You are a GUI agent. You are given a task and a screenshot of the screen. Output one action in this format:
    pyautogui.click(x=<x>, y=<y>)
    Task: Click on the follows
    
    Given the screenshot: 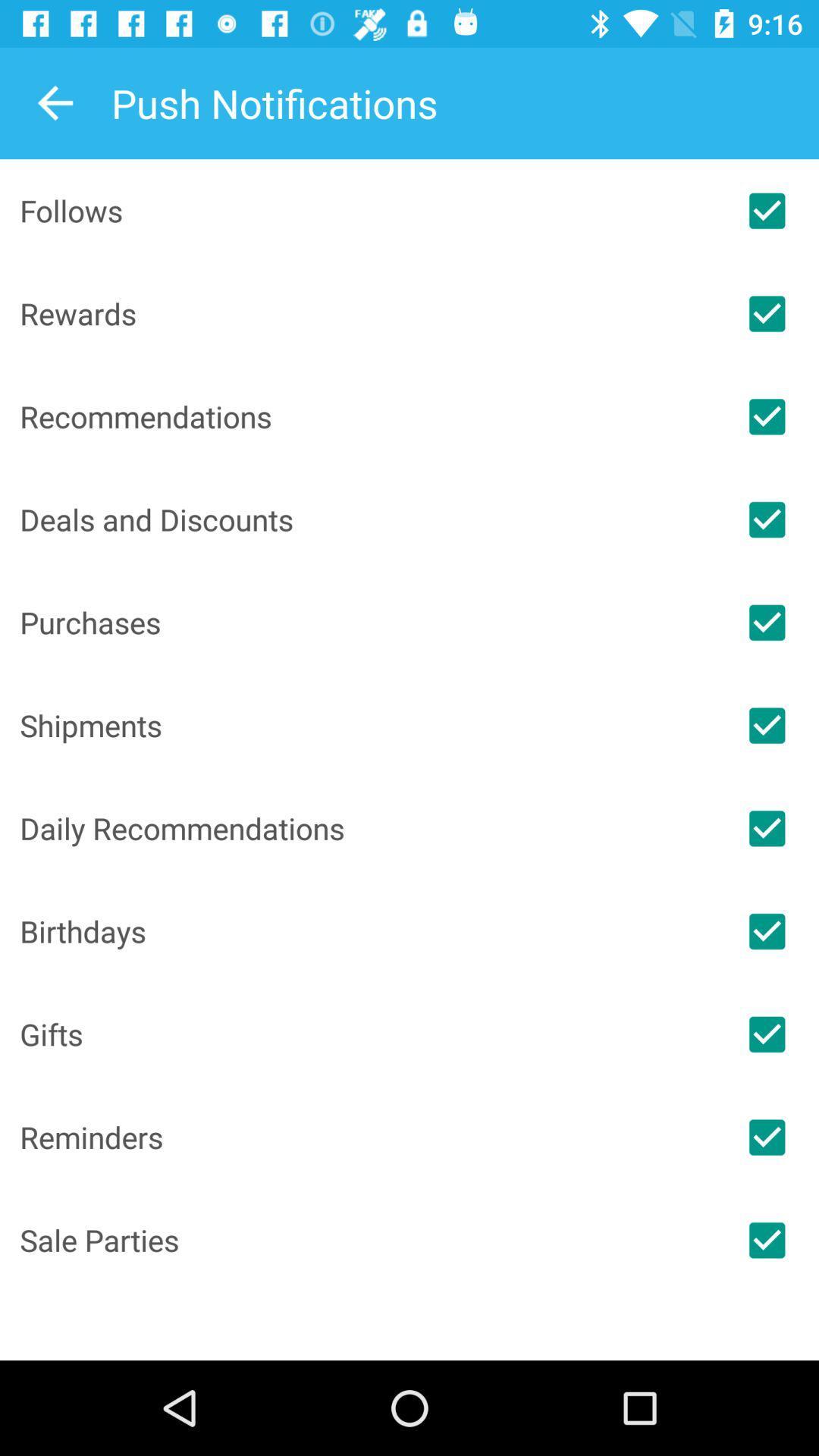 What is the action you would take?
    pyautogui.click(x=767, y=210)
    